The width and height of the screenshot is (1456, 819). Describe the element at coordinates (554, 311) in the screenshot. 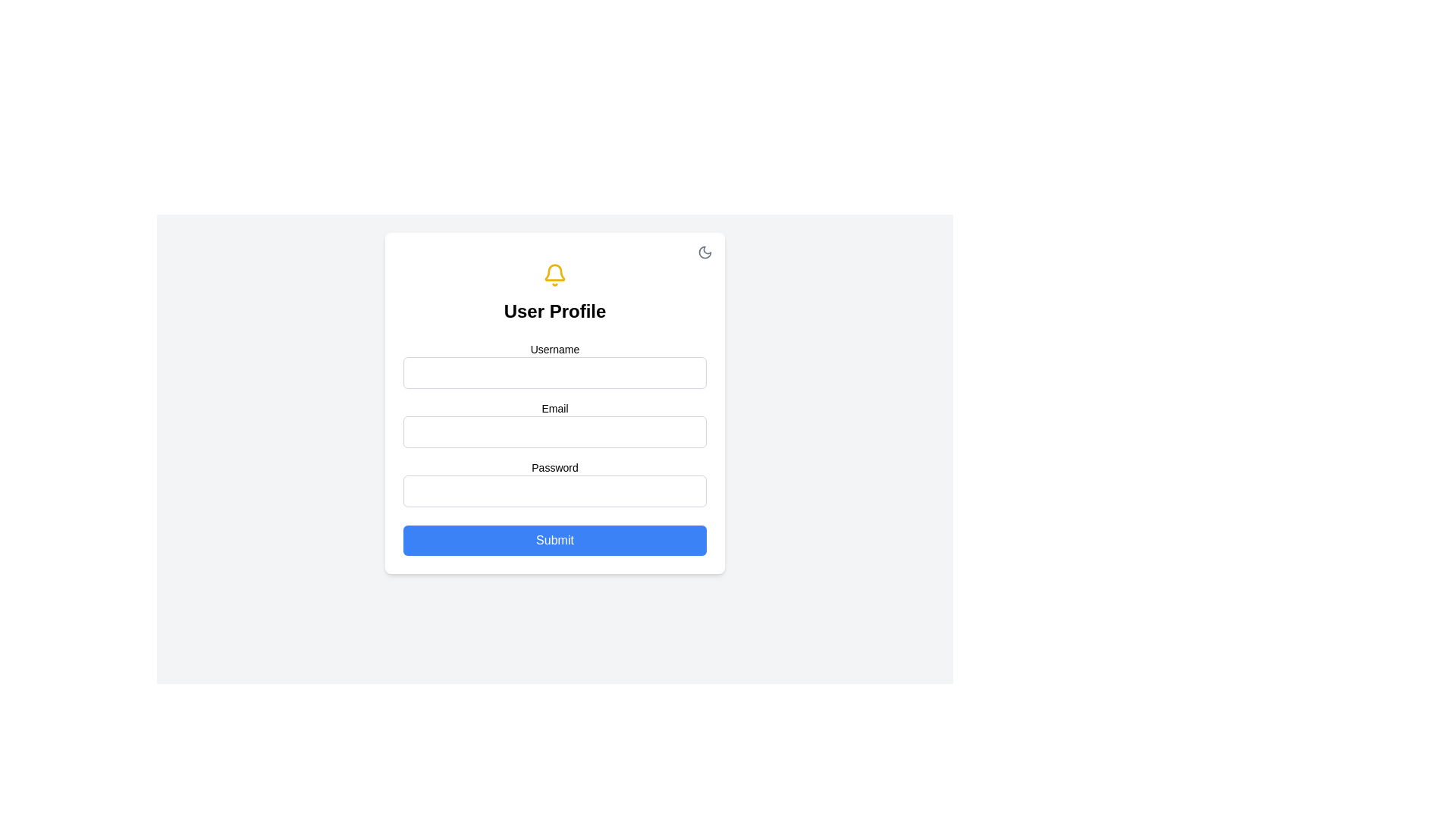

I see `the 'User Profile' heading, which is a bold, large text element centrally aligned below a yellow bell icon in the interface` at that location.